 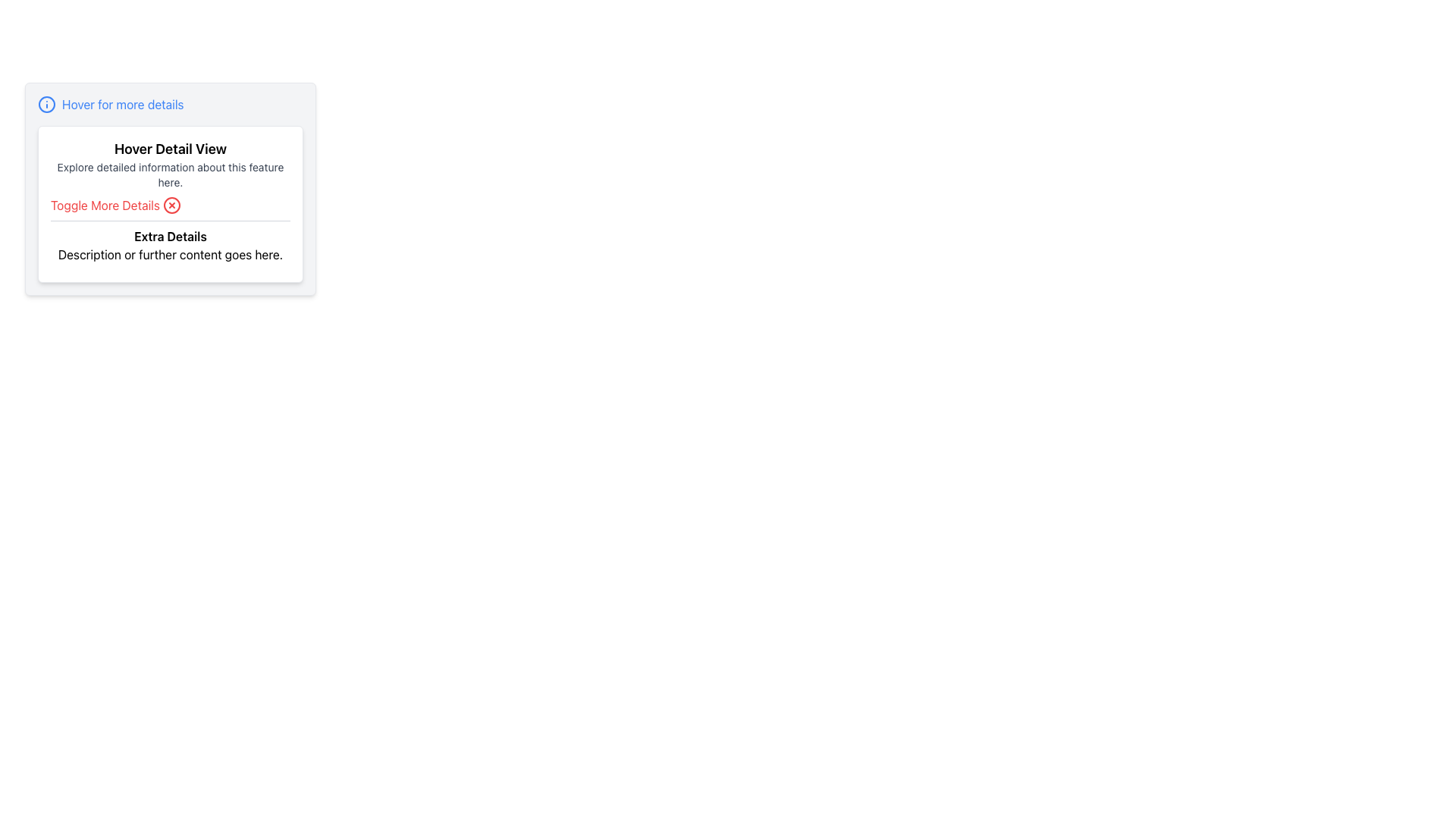 I want to click on the toggle button located within the white card interface at the bottom of the 'Hover Detail View' heading, so click(x=115, y=205).